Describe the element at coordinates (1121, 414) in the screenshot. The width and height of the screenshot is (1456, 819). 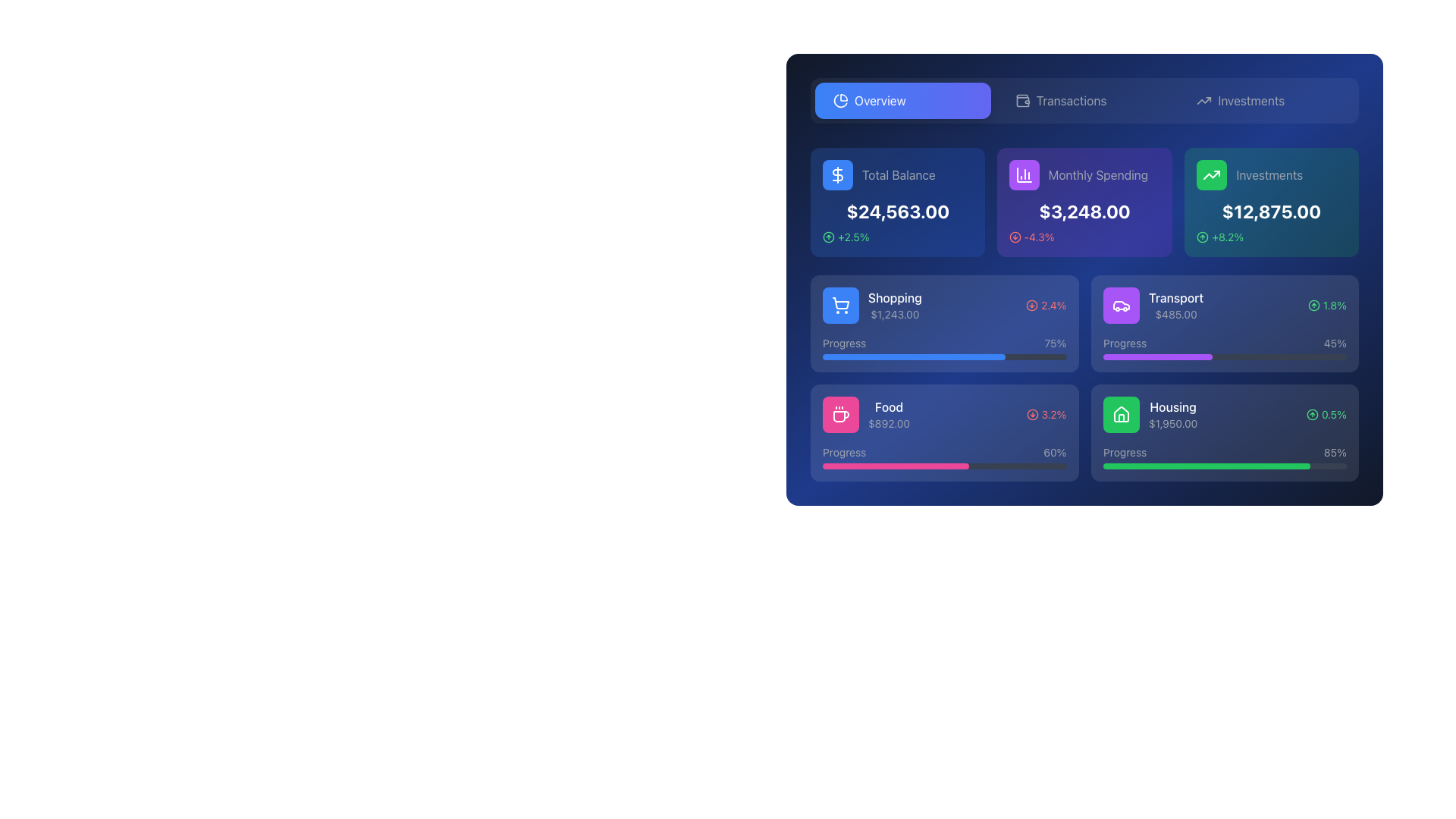
I see `the 'Housing' category icon, represented by a house icon, located at the bottom-right of the interface within its summary card` at that location.